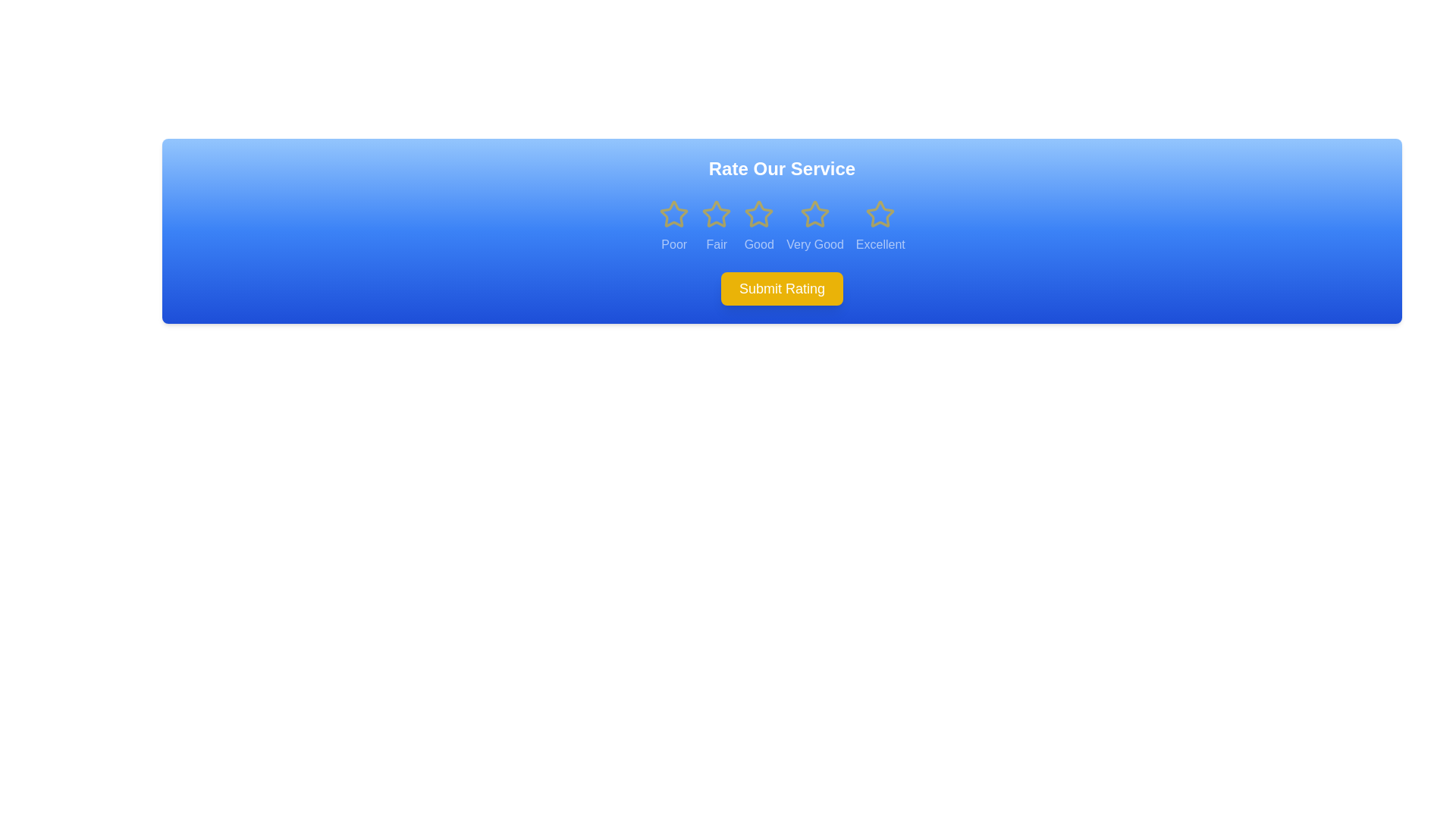  What do you see at coordinates (673, 227) in the screenshot?
I see `the 'Poor' rating option, which is the first element in the rating row located below the 'Rate Our Service' title` at bounding box center [673, 227].